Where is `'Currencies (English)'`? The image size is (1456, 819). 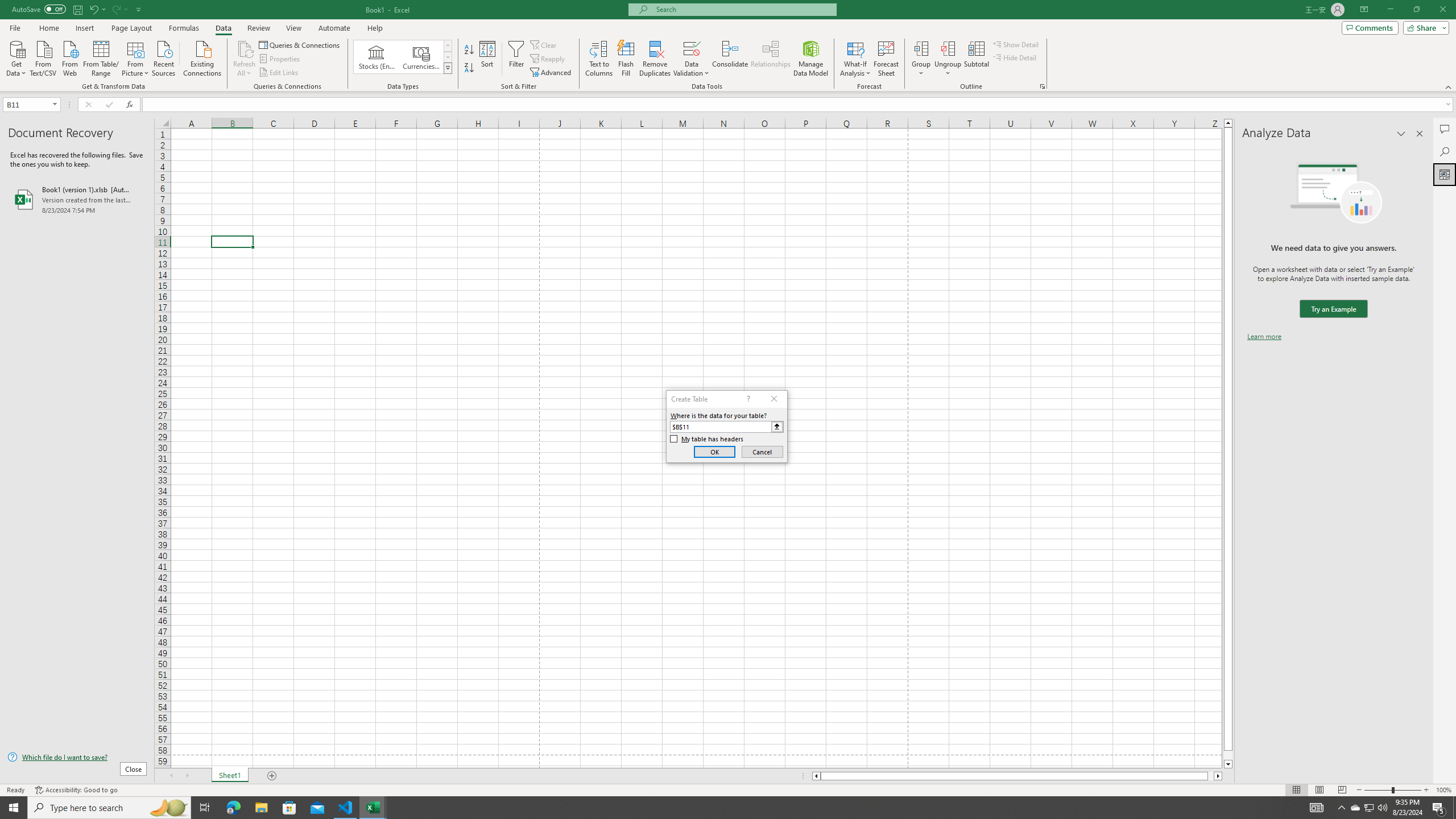
'Currencies (English)' is located at coordinates (420, 56).